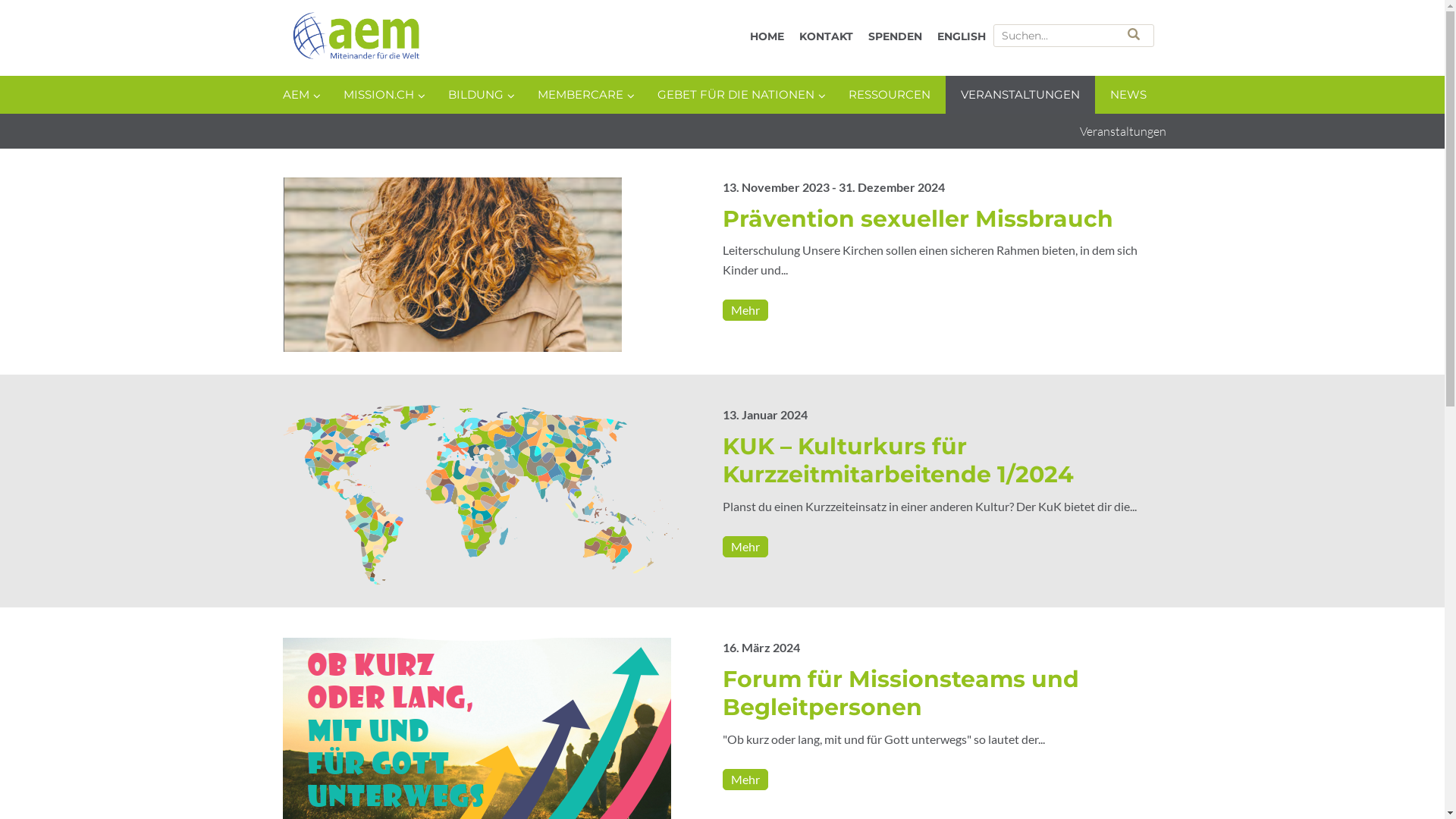 The height and width of the screenshot is (819, 1456). Describe the element at coordinates (960, 35) in the screenshot. I see `'ENGLISH'` at that location.